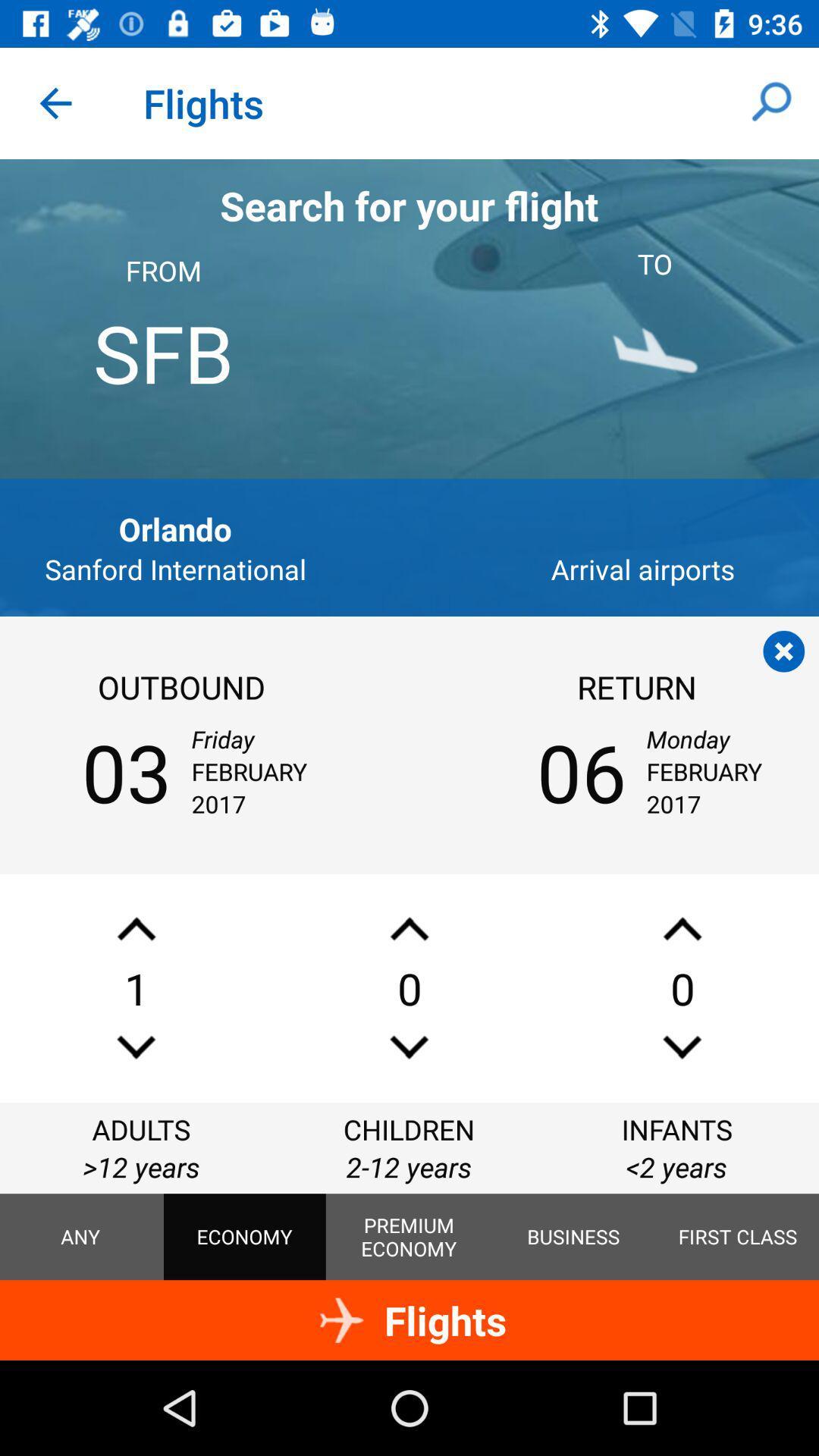 The width and height of the screenshot is (819, 1456). What do you see at coordinates (136, 928) in the screenshot?
I see `increase adult ticket amount` at bounding box center [136, 928].